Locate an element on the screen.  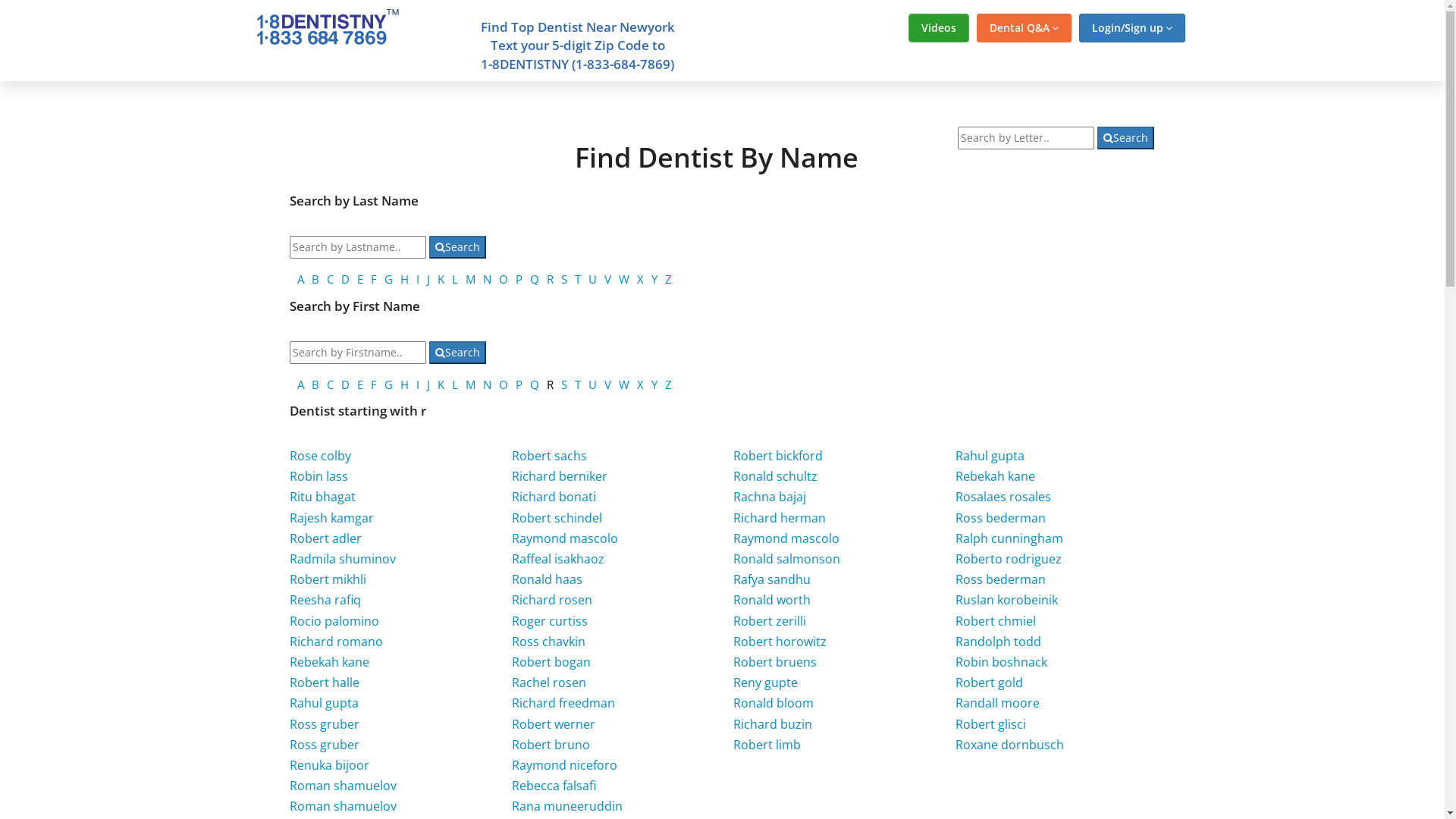
'G' is located at coordinates (388, 383).